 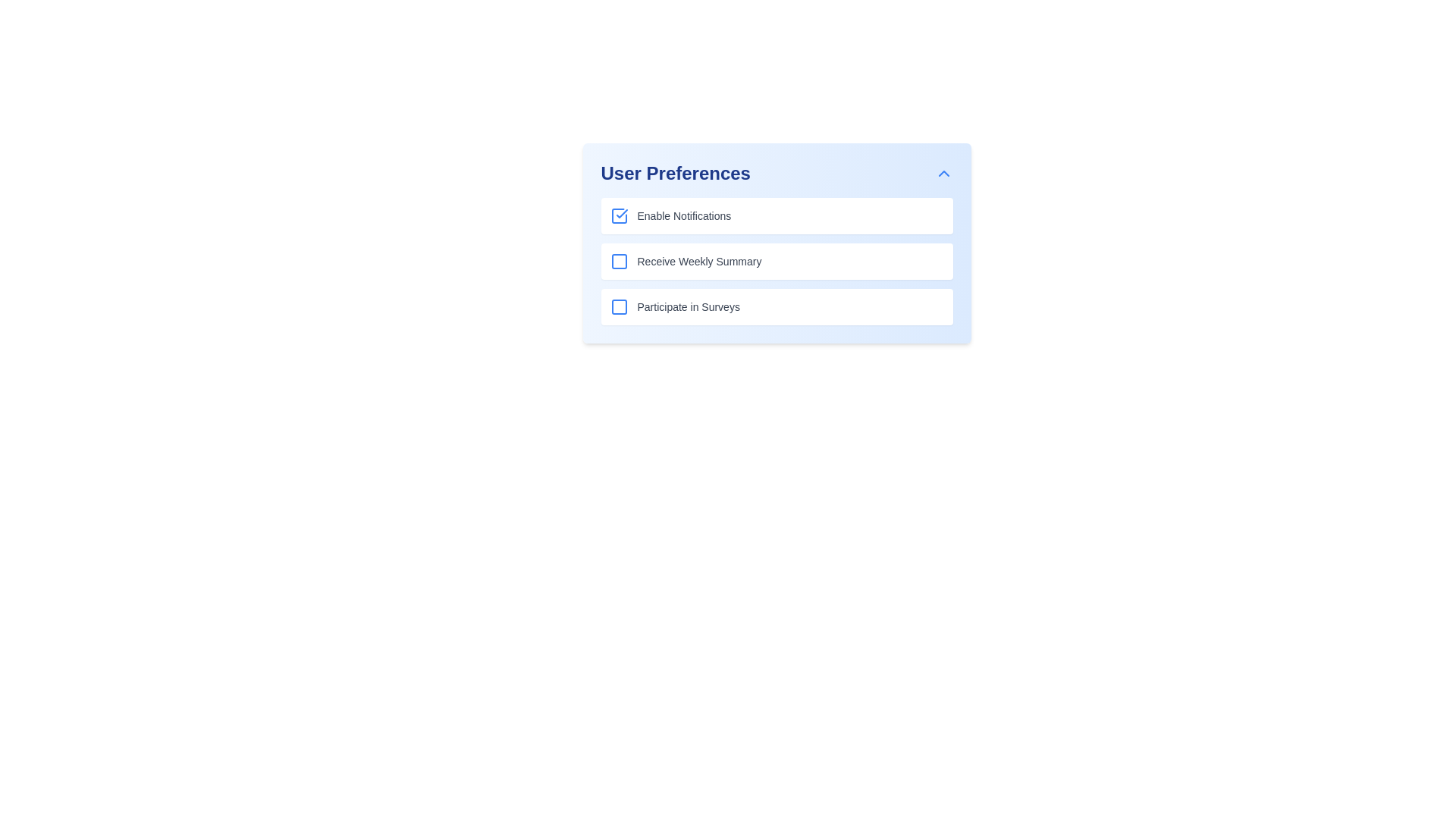 I want to click on the blue square-shaped checkbox at the beginning of the 'Participate in Surveys' option, so click(x=619, y=307).